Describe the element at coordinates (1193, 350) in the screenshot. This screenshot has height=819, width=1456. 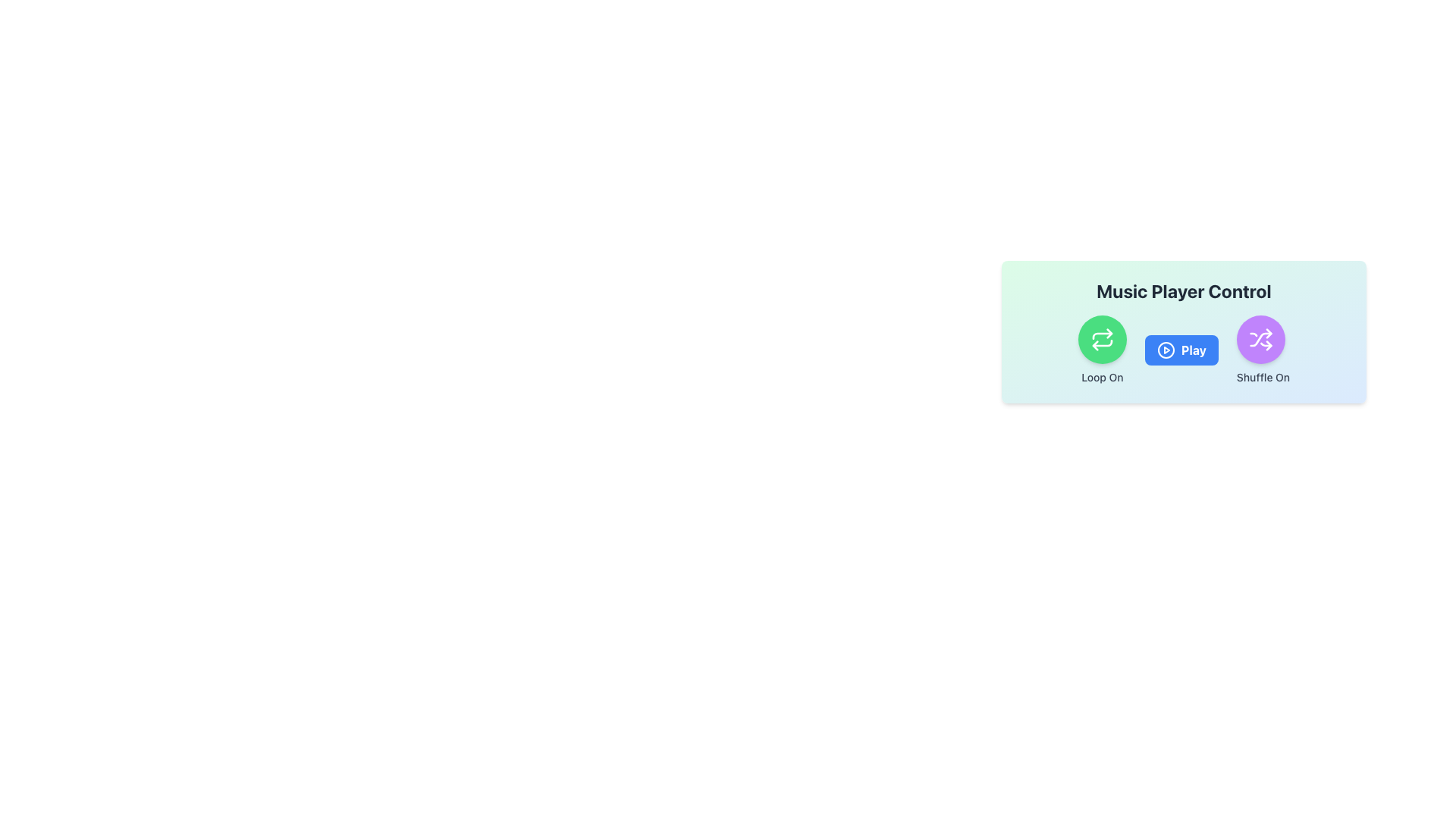
I see `the 'Play' text label located within the blue button on the music control panel, which indicates the action of starting or resuming music playback` at that location.